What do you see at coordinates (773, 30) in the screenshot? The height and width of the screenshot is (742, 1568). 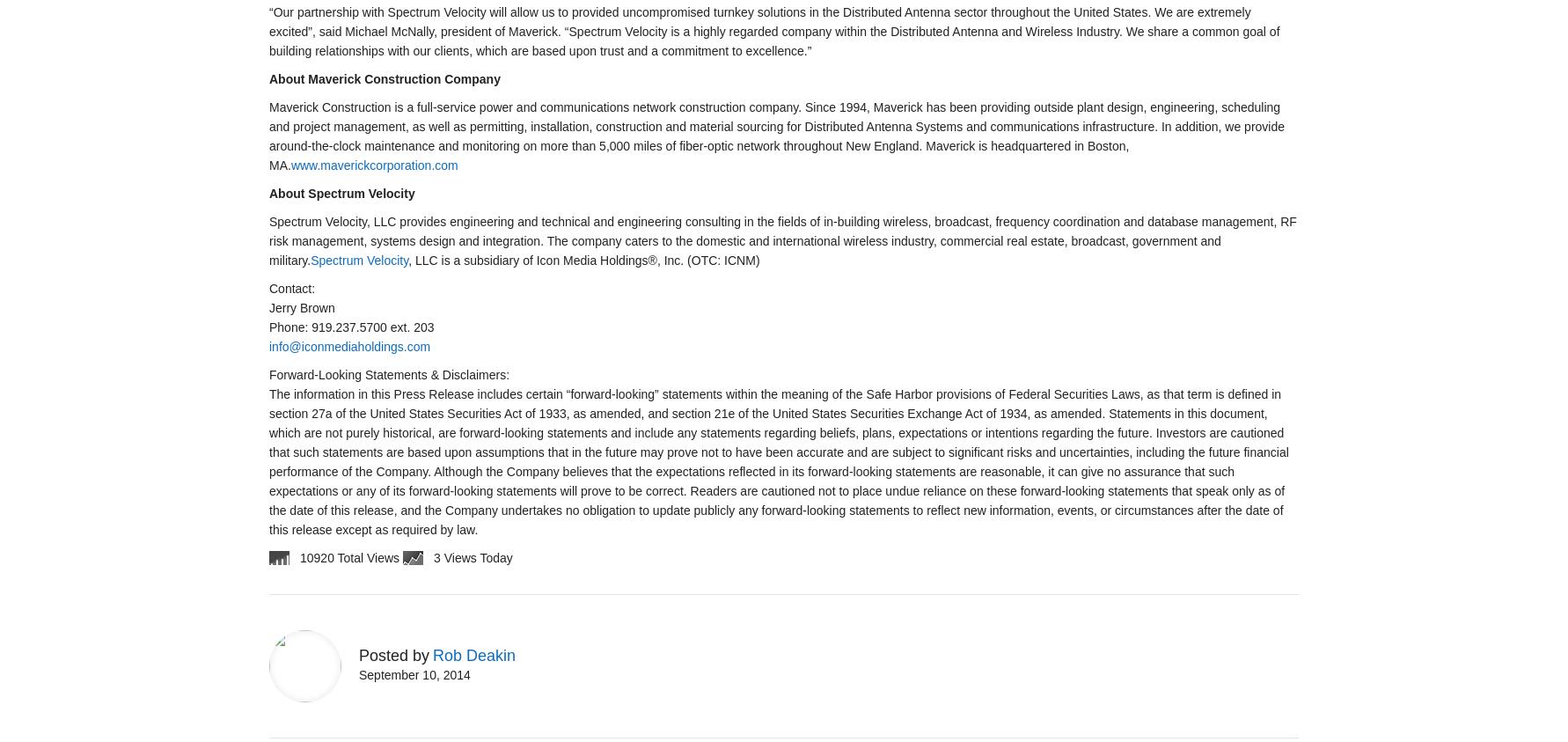 I see `'“Our partnership with Spectrum Velocity will allow us to provided uncompromised turnkey solutions in the Distributed Antenna sector throughout the United States. We are extremely excited”, said Michael McNally, president of Maverick. “Spectrum Velocity is a highly regarded company within the Distributed Antenna and Wireless Industry. We share a common goal of building relationships with our clients, which are based upon trust and a commitment to excellence.”'` at bounding box center [773, 30].